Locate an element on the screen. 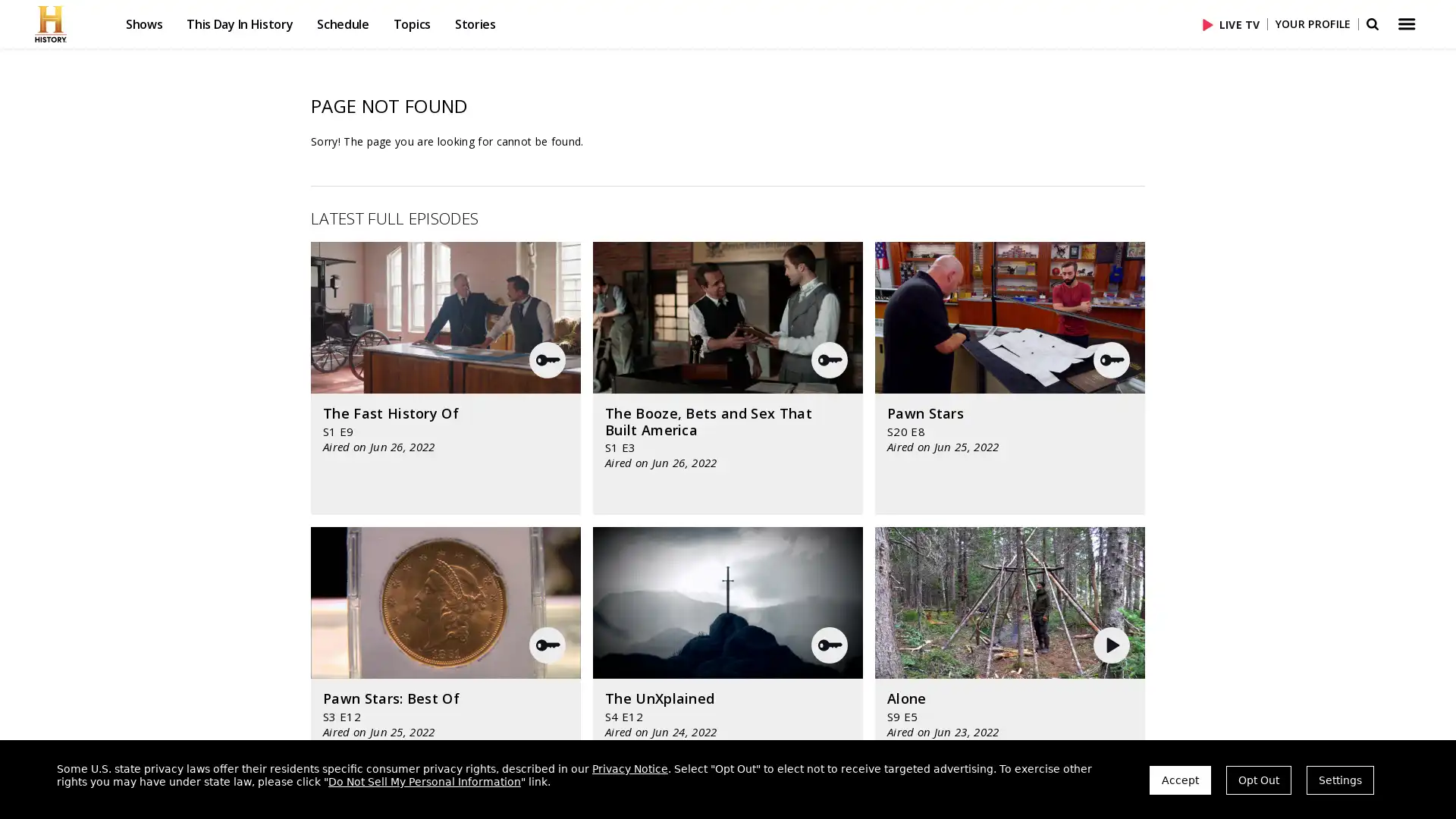  Q is located at coordinates (829, 645).